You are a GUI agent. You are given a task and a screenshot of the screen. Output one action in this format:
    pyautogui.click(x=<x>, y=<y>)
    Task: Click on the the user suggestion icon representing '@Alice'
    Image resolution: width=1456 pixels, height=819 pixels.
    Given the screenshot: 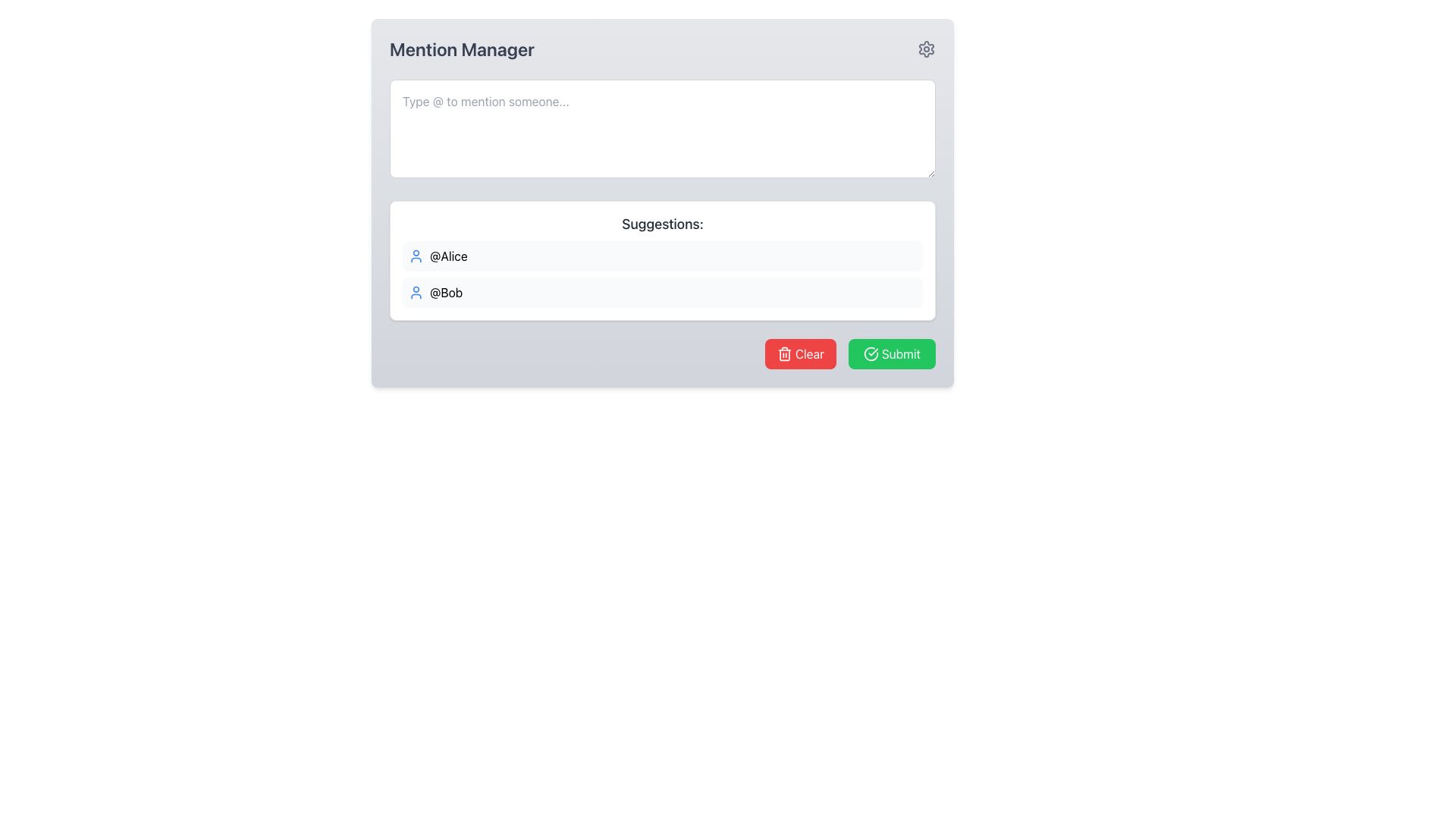 What is the action you would take?
    pyautogui.click(x=416, y=256)
    